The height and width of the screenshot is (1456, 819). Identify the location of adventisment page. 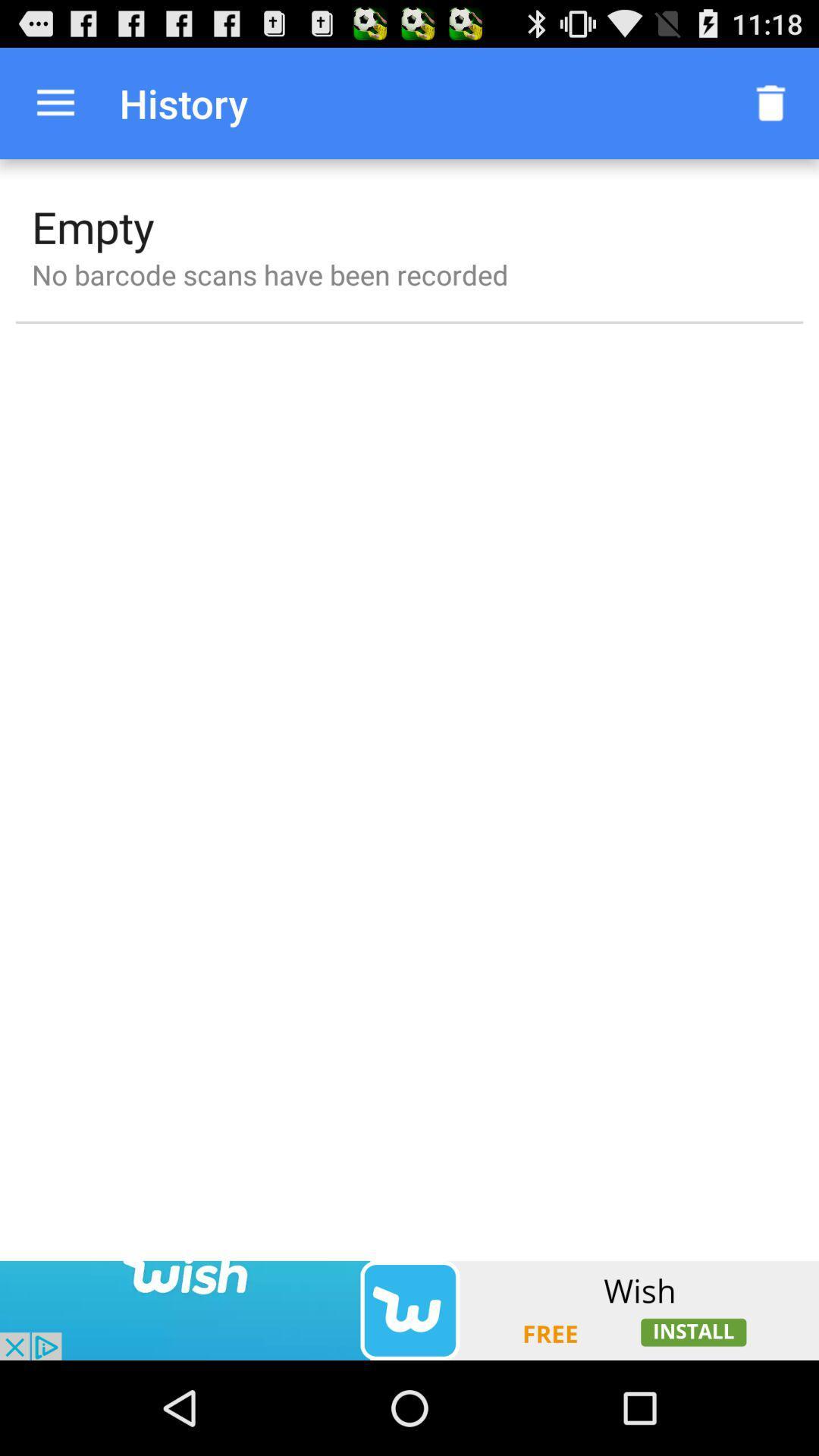
(409, 1310).